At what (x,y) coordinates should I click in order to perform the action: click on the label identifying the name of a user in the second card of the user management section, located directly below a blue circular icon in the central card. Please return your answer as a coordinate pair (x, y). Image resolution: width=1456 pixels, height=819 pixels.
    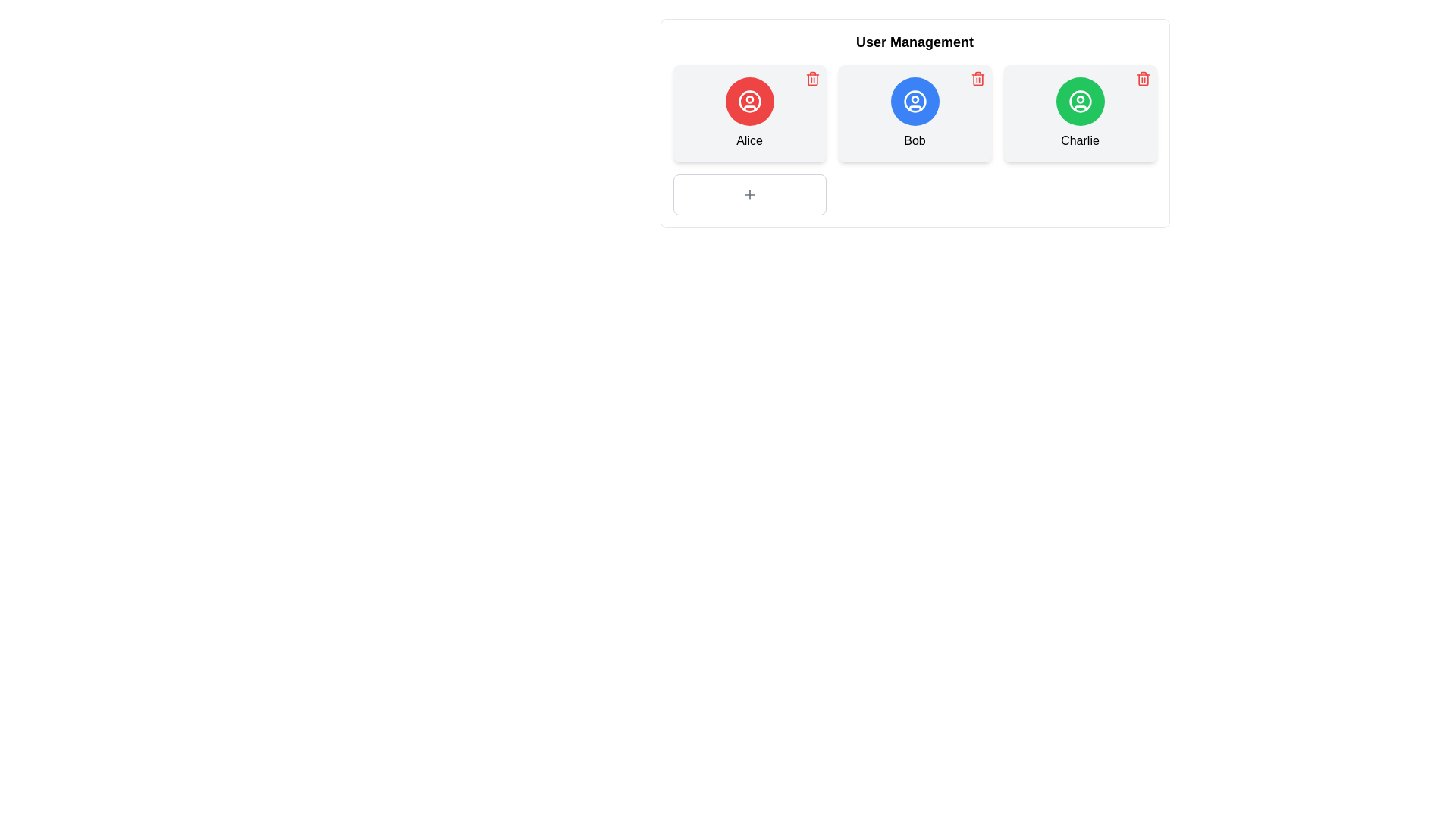
    Looking at the image, I should click on (914, 140).